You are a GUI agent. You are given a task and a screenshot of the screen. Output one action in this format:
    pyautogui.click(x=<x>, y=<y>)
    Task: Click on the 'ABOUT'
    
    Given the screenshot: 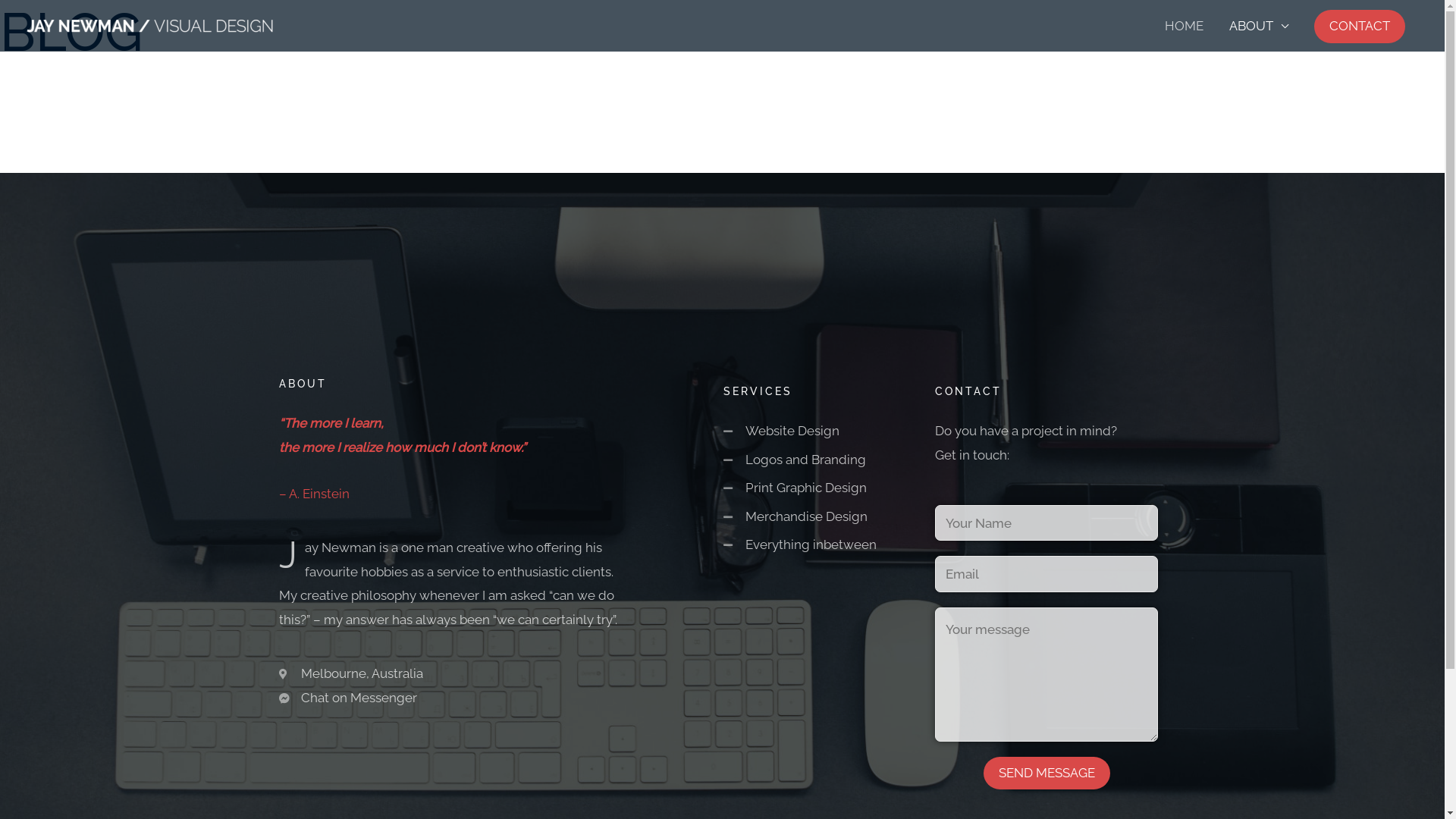 What is the action you would take?
    pyautogui.click(x=1259, y=26)
    